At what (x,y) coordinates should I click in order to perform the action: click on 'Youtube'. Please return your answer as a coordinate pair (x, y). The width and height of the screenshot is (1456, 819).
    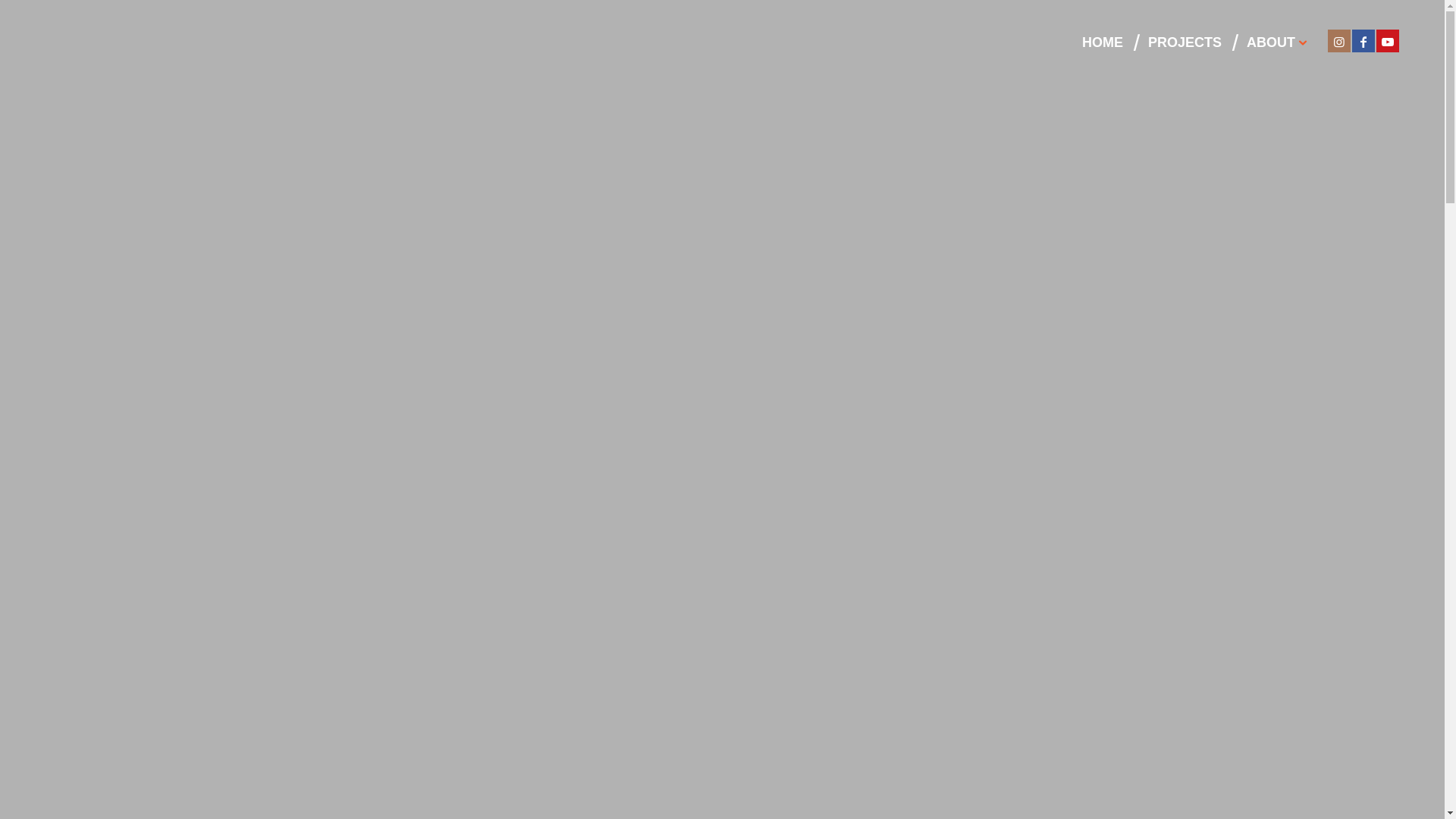
    Looking at the image, I should click on (1387, 40).